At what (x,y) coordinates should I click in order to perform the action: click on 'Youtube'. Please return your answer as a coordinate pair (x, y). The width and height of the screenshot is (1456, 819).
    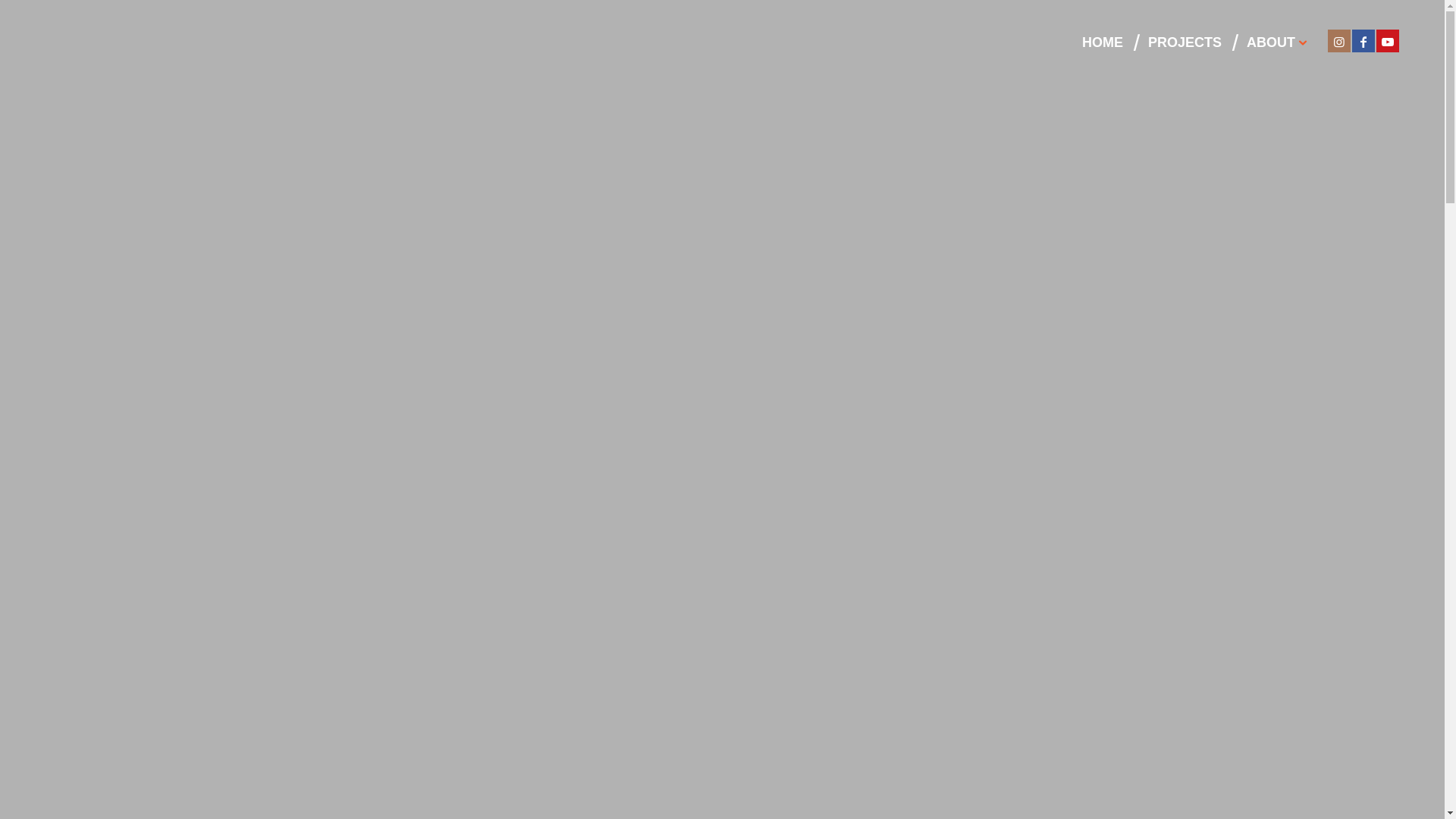
    Looking at the image, I should click on (1387, 40).